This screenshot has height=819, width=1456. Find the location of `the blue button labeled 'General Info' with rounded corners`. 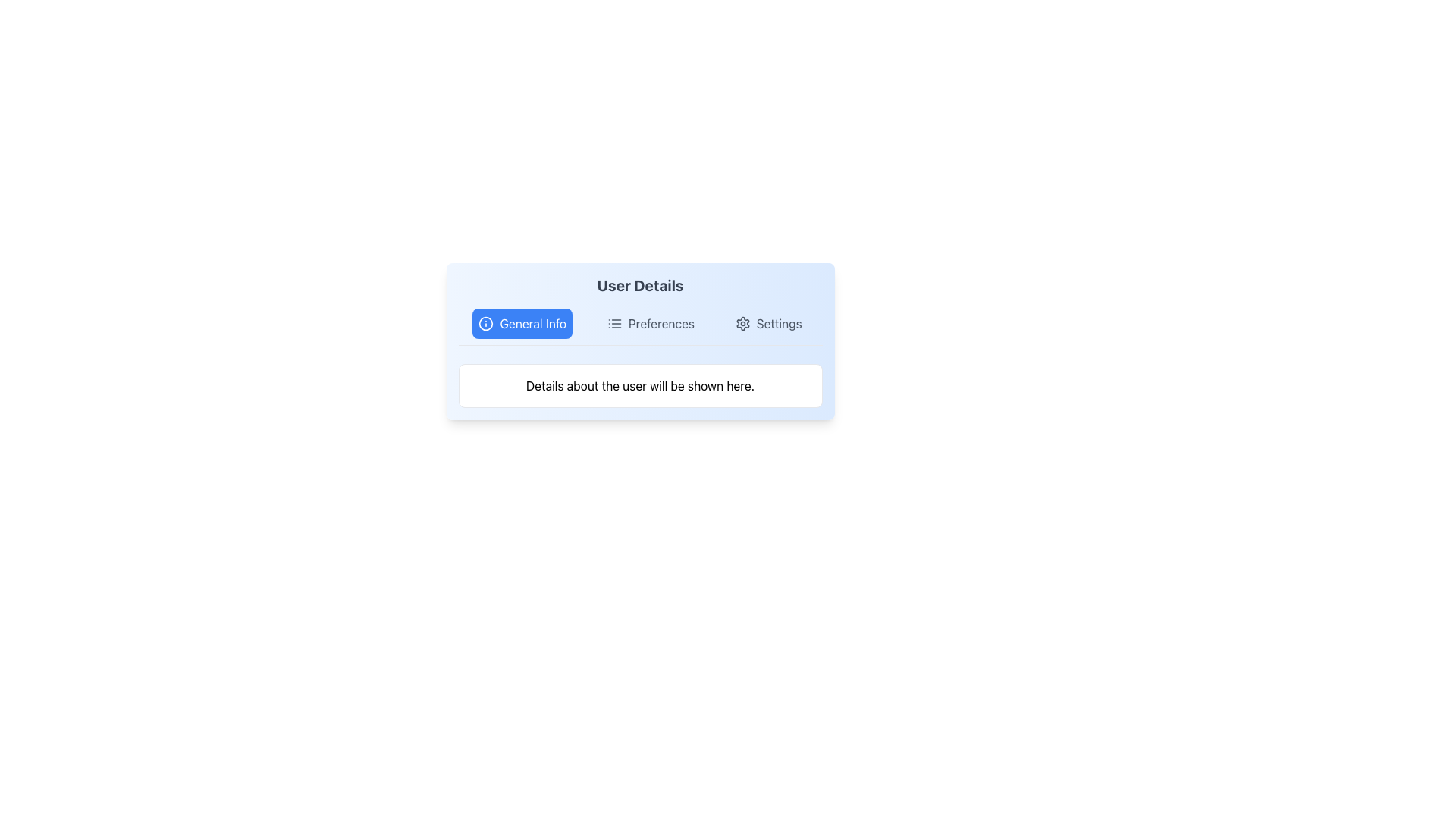

the blue button labeled 'General Info' with rounded corners is located at coordinates (522, 323).